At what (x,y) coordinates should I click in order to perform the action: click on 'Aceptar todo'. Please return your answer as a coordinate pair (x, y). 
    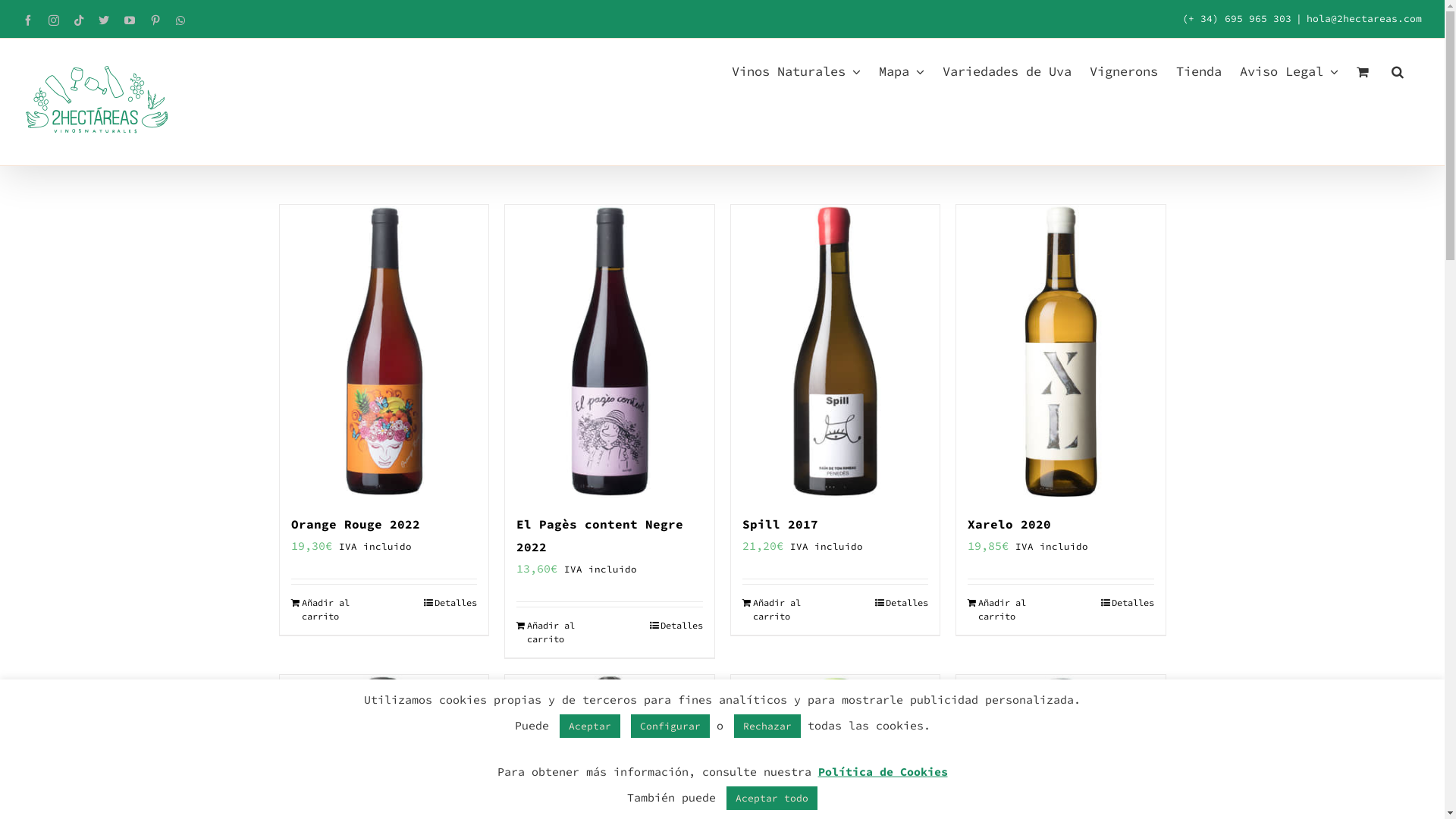
    Looking at the image, I should click on (771, 797).